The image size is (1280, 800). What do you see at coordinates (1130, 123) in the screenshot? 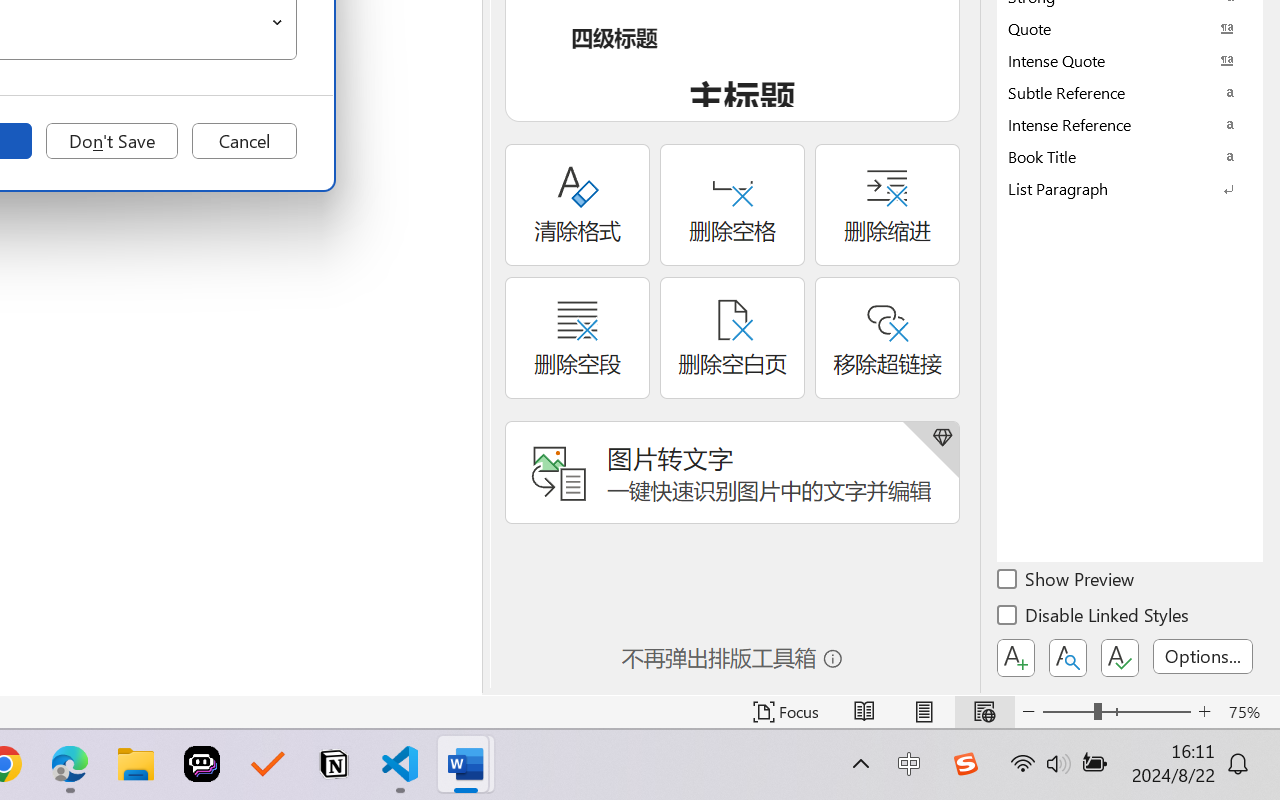
I see `'Intense Reference'` at bounding box center [1130, 123].